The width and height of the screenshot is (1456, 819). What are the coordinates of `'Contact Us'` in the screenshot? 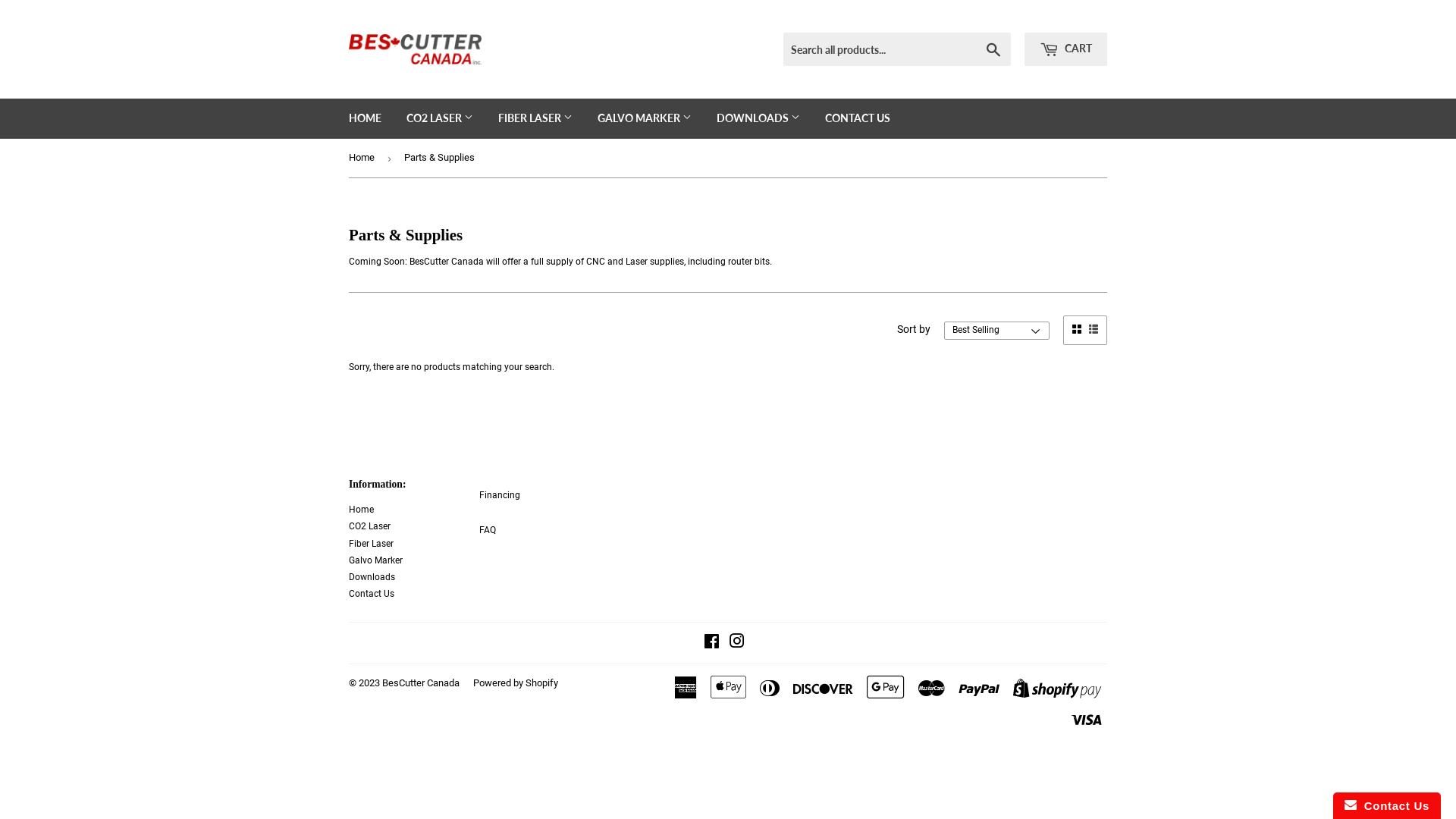 It's located at (371, 593).